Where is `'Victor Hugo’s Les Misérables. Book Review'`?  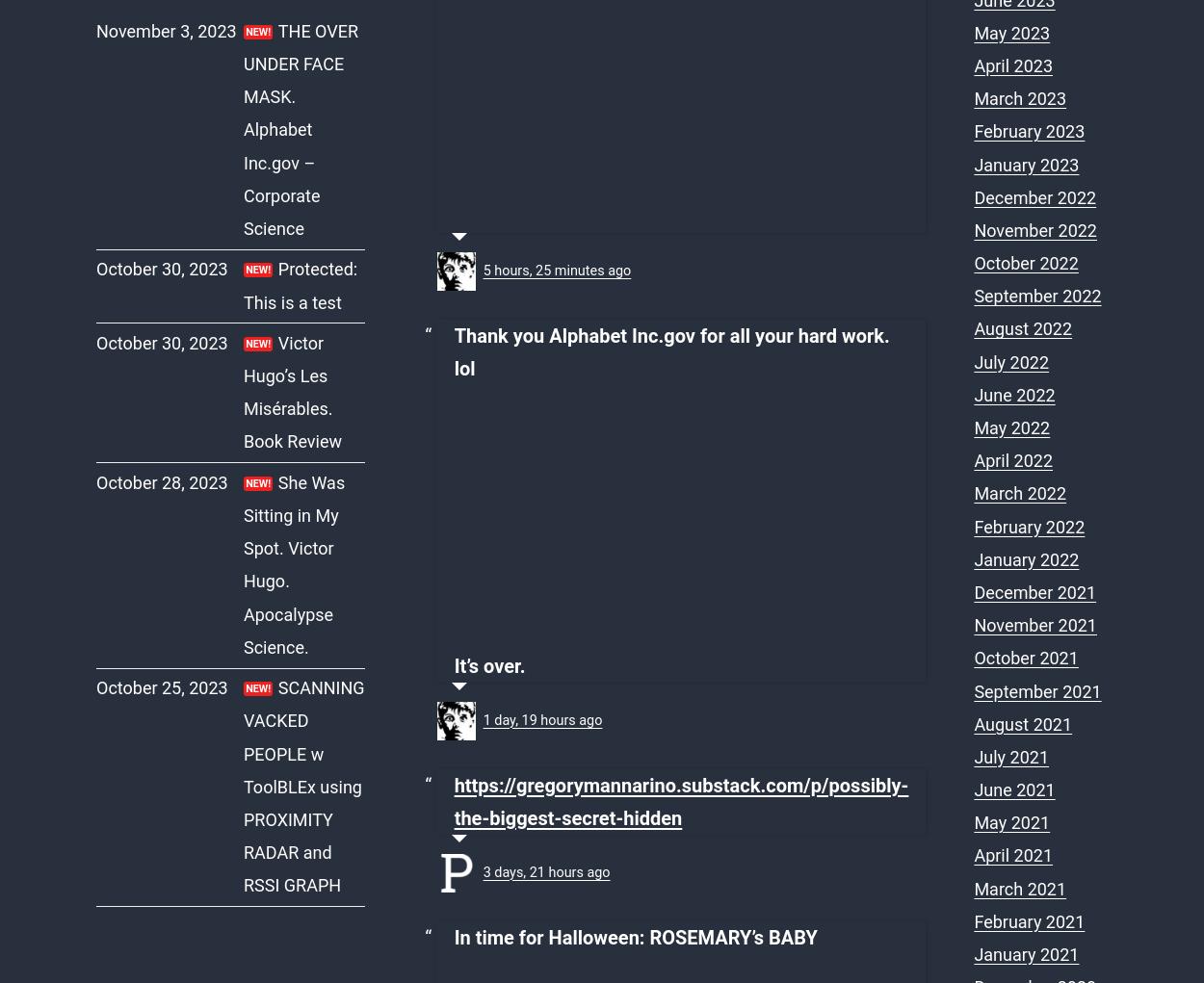
'Victor Hugo’s Les Misérables. Book Review' is located at coordinates (293, 390).